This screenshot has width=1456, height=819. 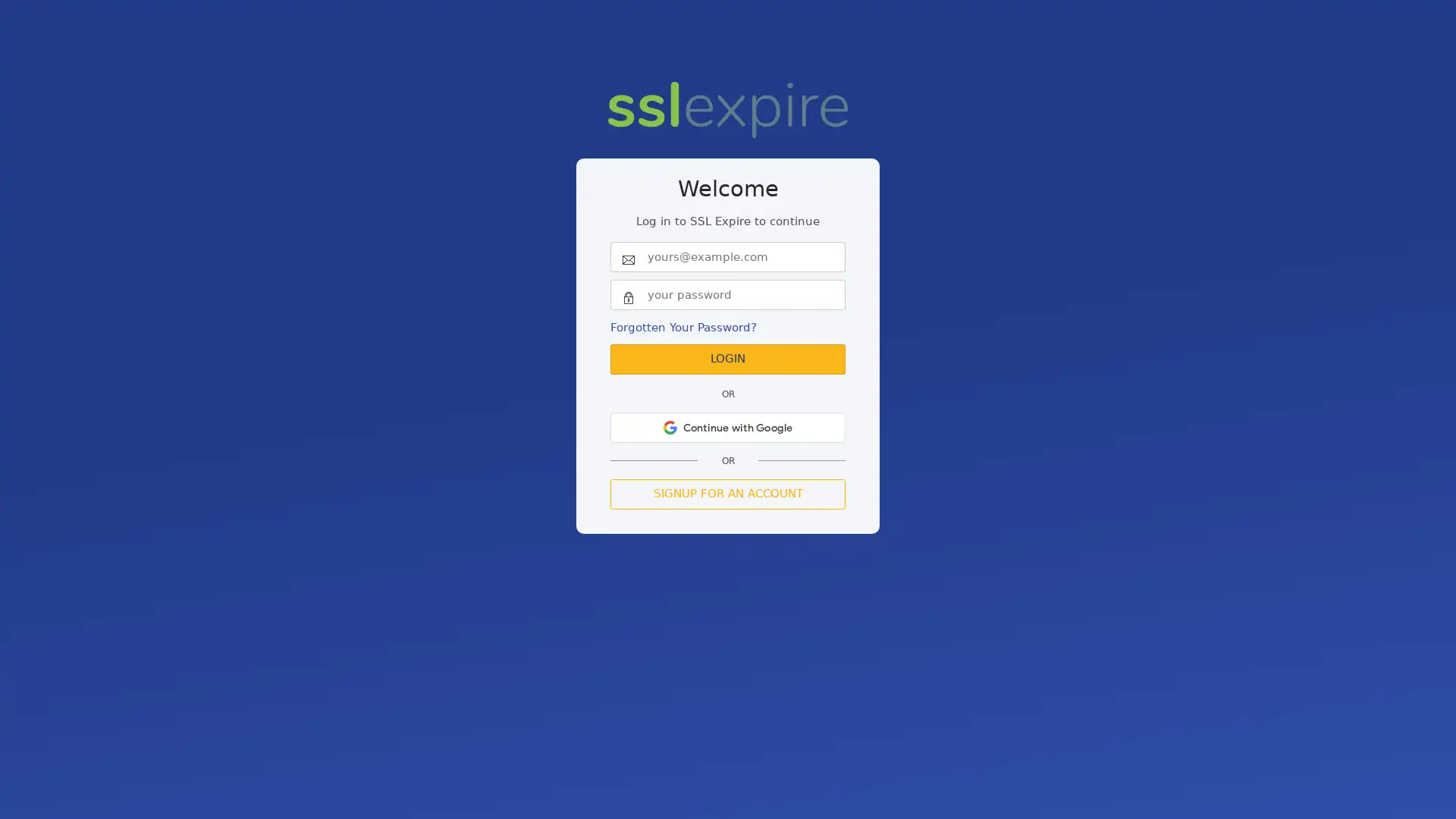 I want to click on Login, so click(x=728, y=359).